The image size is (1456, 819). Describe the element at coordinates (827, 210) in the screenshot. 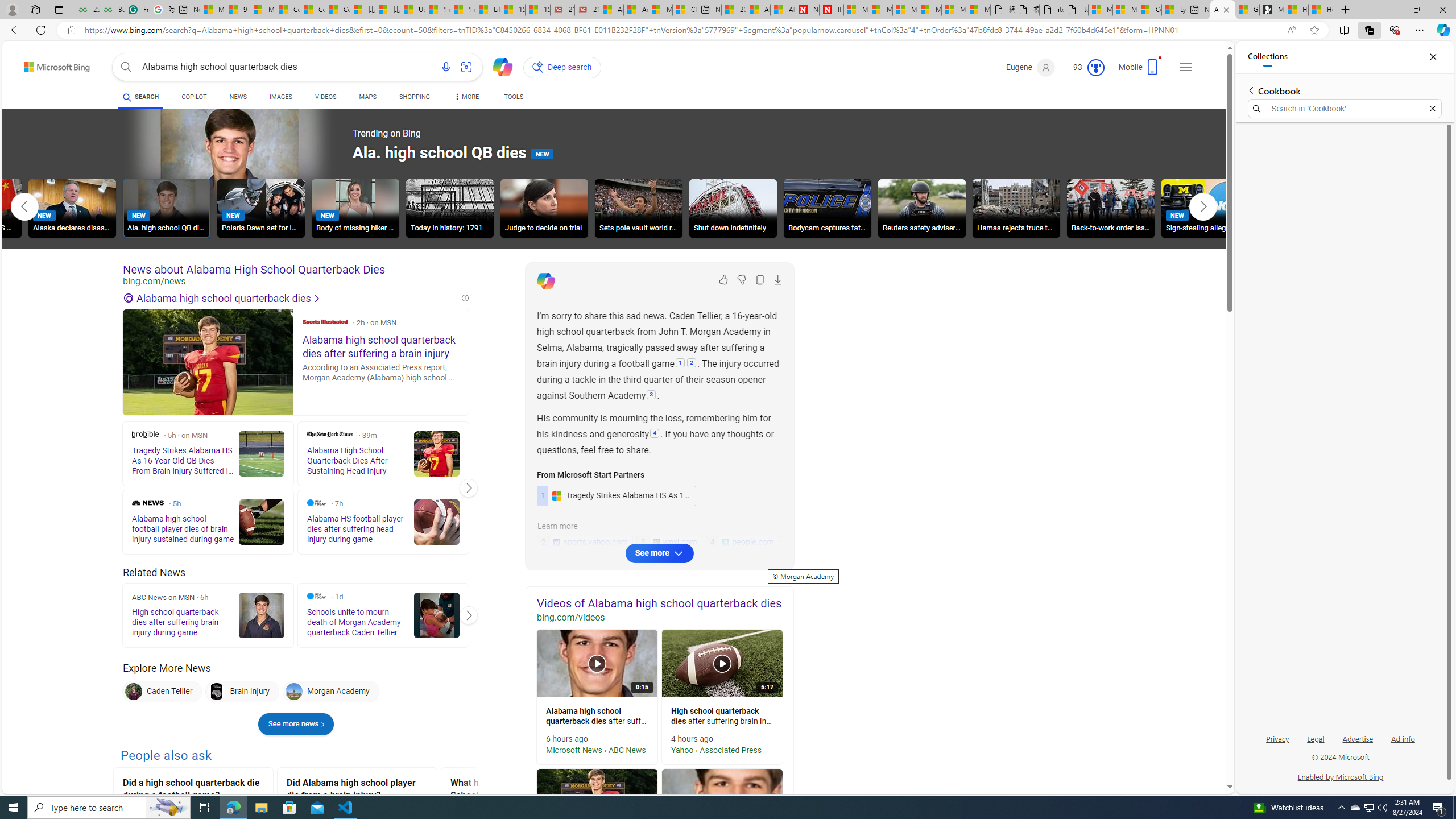

I see `'Bodycam captures fatal shot'` at that location.